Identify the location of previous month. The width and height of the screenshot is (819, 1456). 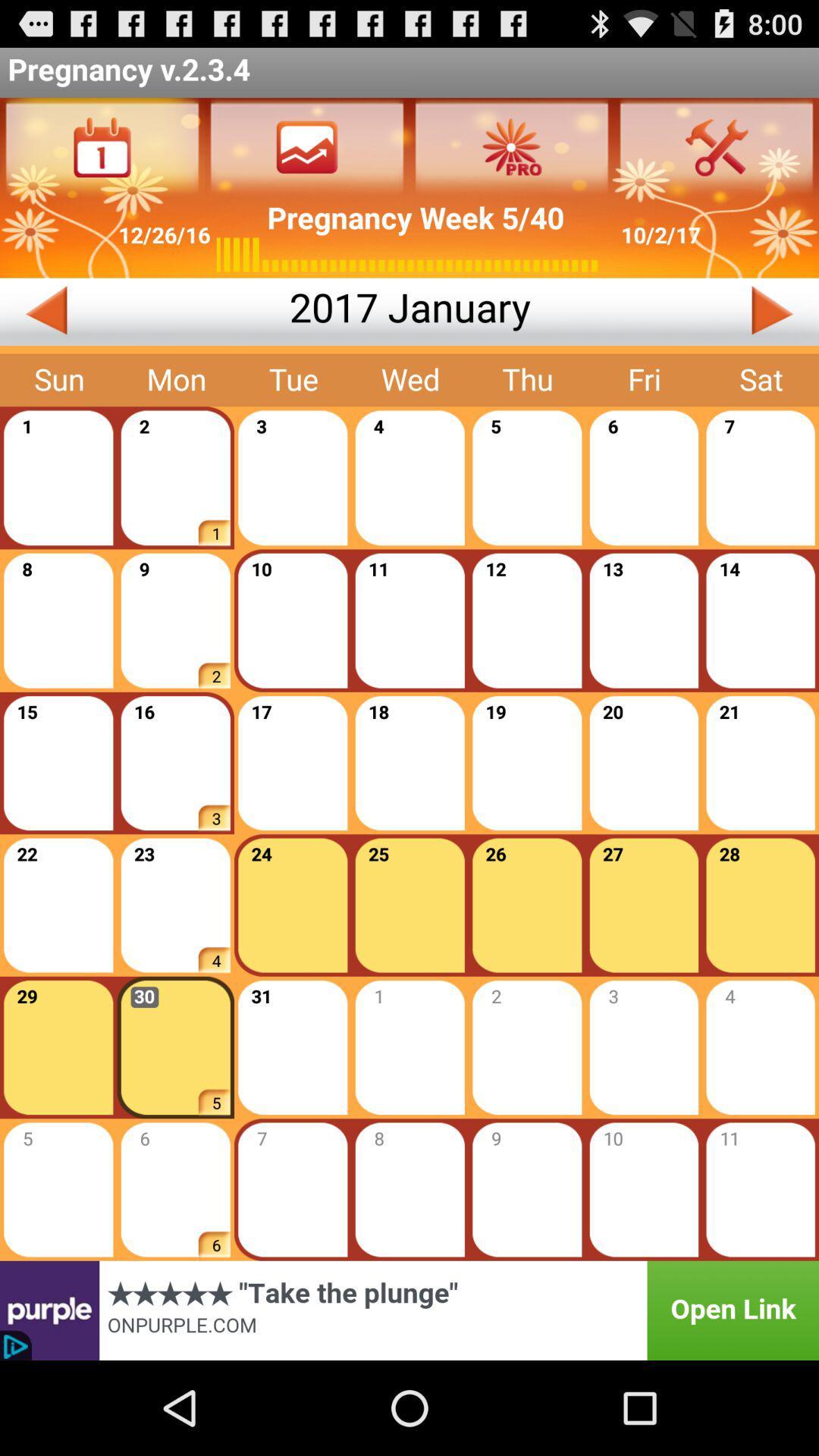
(144, 311).